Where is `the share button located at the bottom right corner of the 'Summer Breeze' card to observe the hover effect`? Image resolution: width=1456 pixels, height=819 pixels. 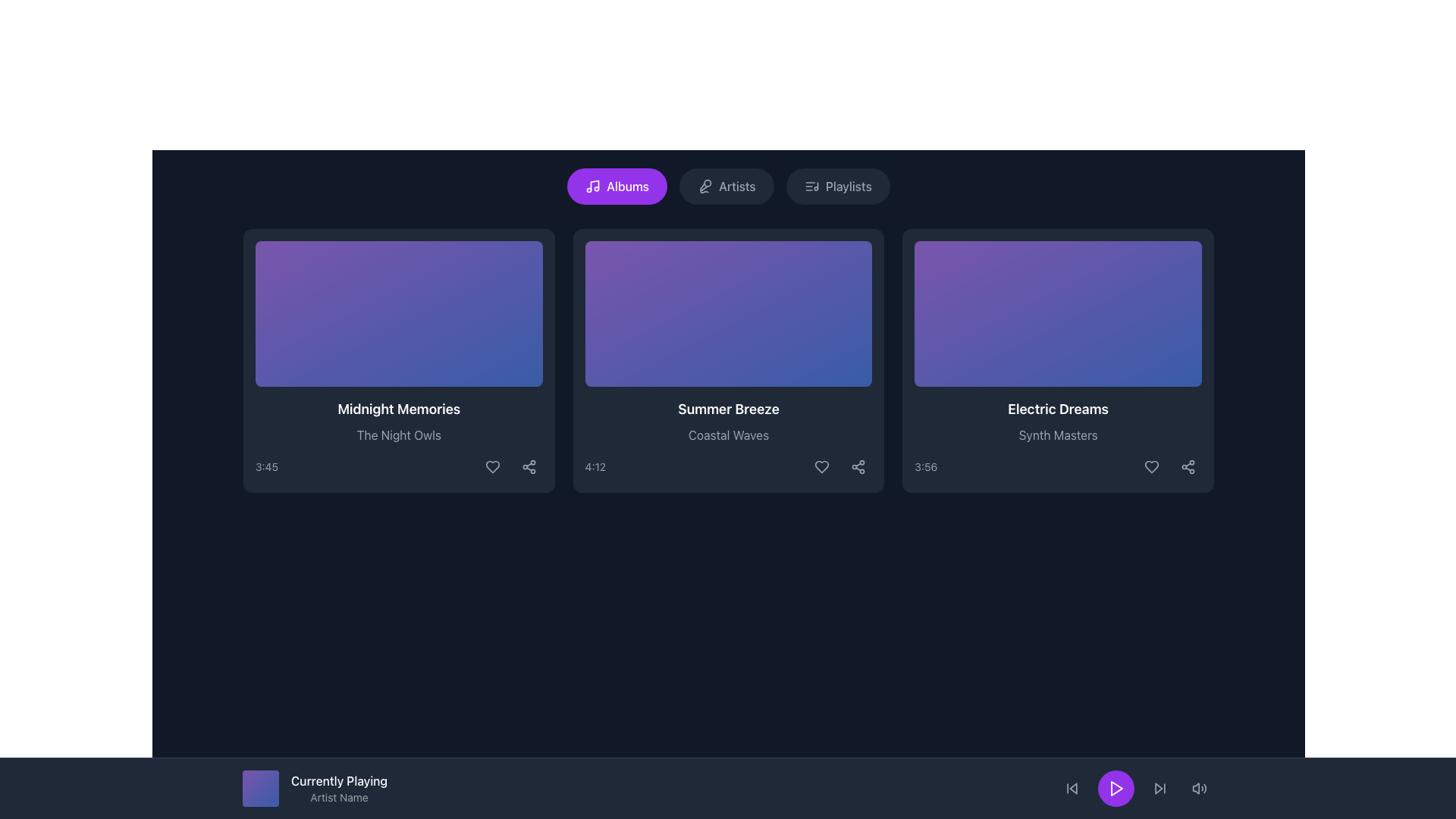
the share button located at the bottom right corner of the 'Summer Breeze' card to observe the hover effect is located at coordinates (858, 466).